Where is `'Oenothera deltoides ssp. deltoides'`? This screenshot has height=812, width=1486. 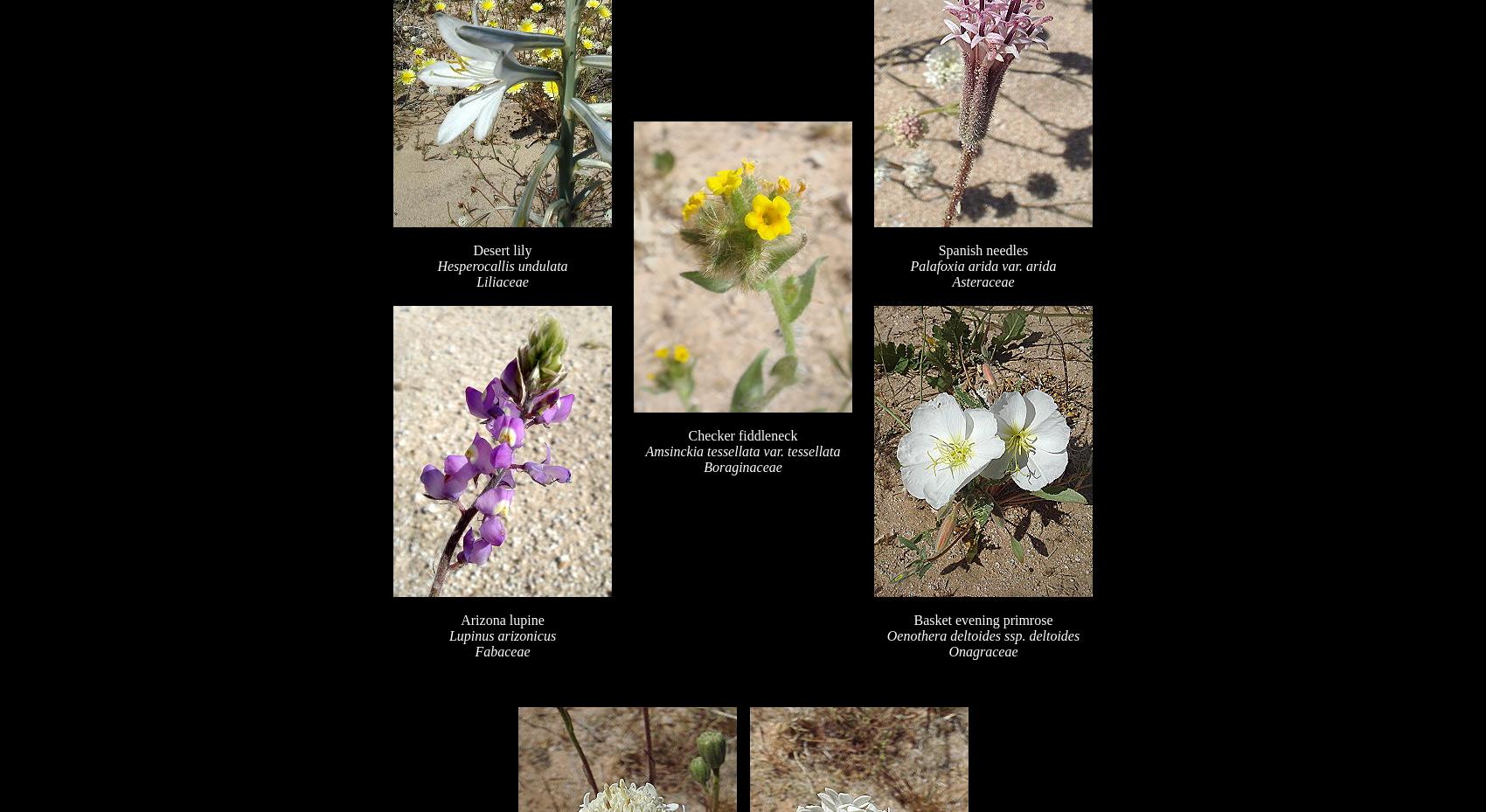
'Oenothera deltoides ssp. deltoides' is located at coordinates (983, 635).